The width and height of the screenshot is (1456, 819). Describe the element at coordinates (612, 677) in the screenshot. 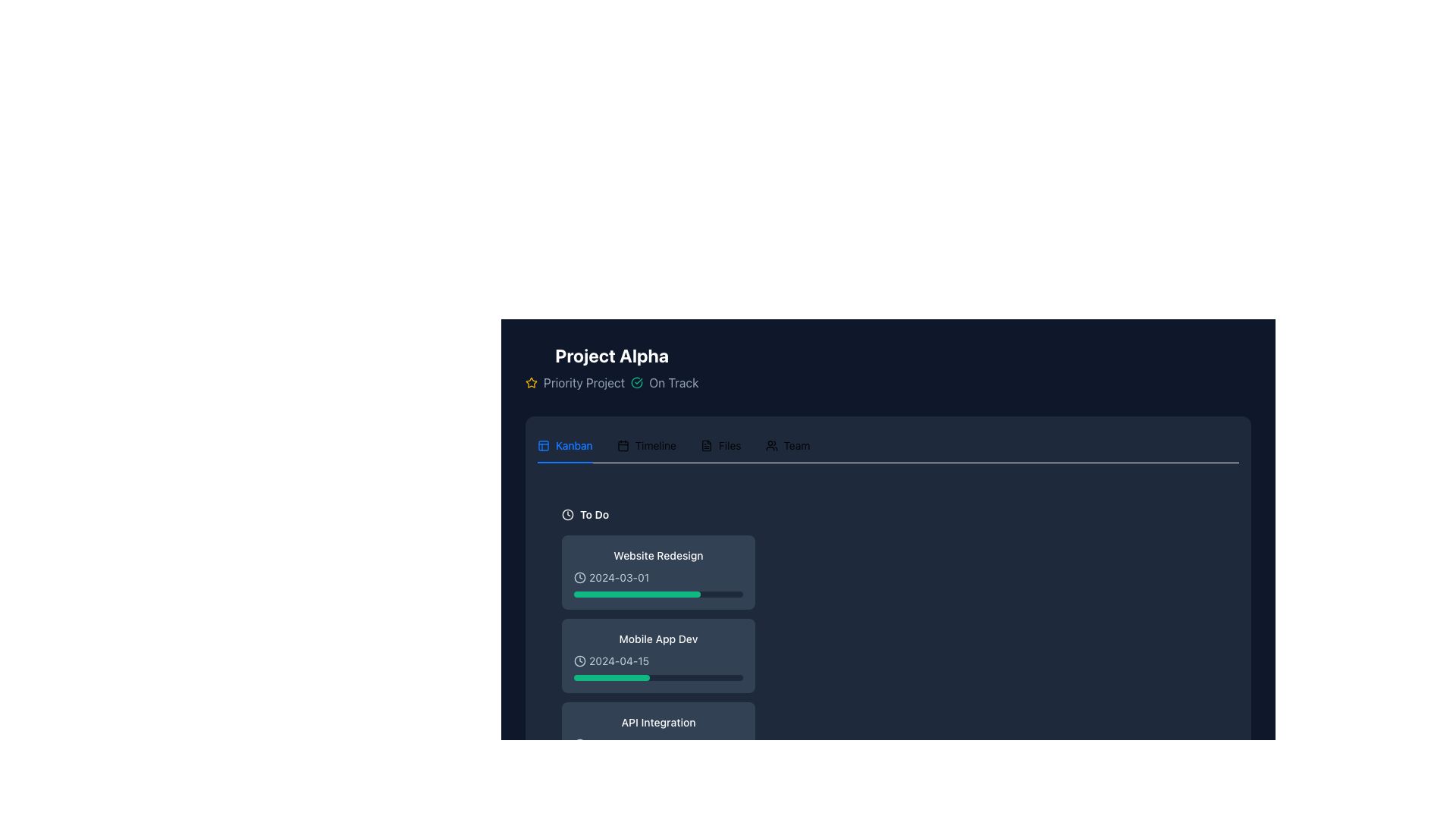

I see `the filled portion of the progress bar indicating the completion percentage of the 'Mobile App Dev' task` at that location.